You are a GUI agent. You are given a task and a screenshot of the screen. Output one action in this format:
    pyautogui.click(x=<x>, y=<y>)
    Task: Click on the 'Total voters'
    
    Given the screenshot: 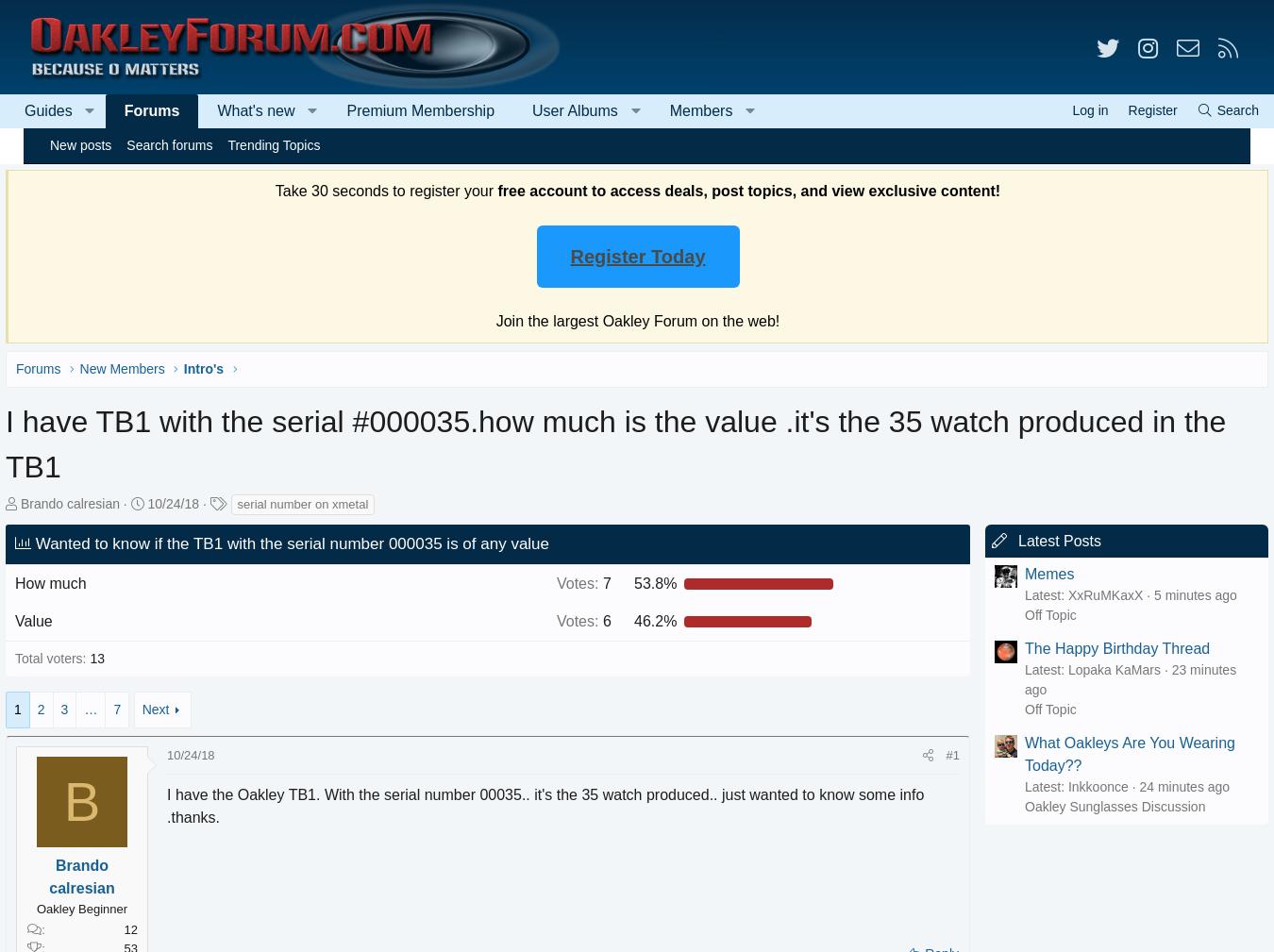 What is the action you would take?
    pyautogui.click(x=75, y=658)
    